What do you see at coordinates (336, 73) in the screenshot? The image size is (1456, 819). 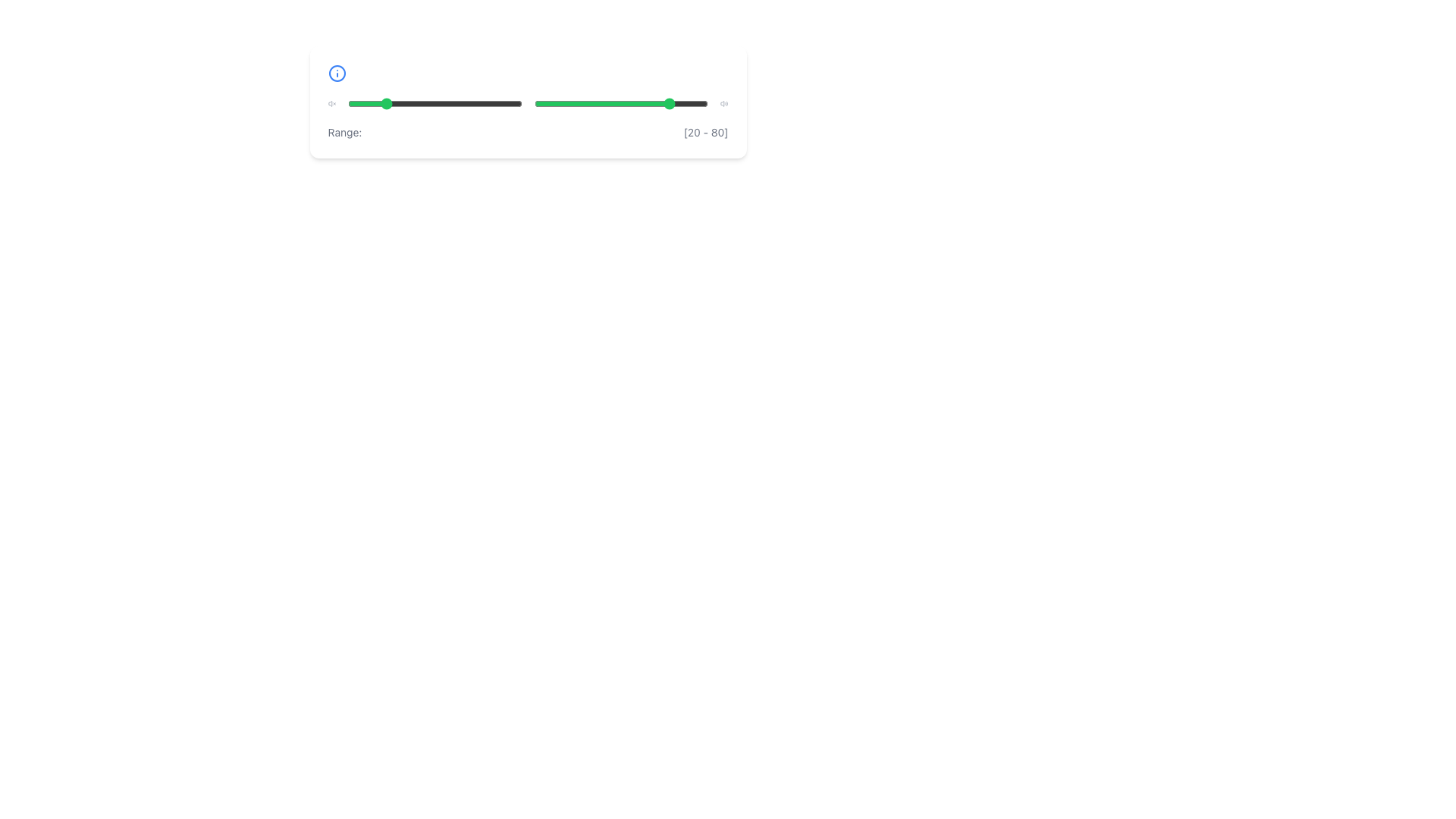 I see `the circular blue information icon containing an exclamation mark` at bounding box center [336, 73].